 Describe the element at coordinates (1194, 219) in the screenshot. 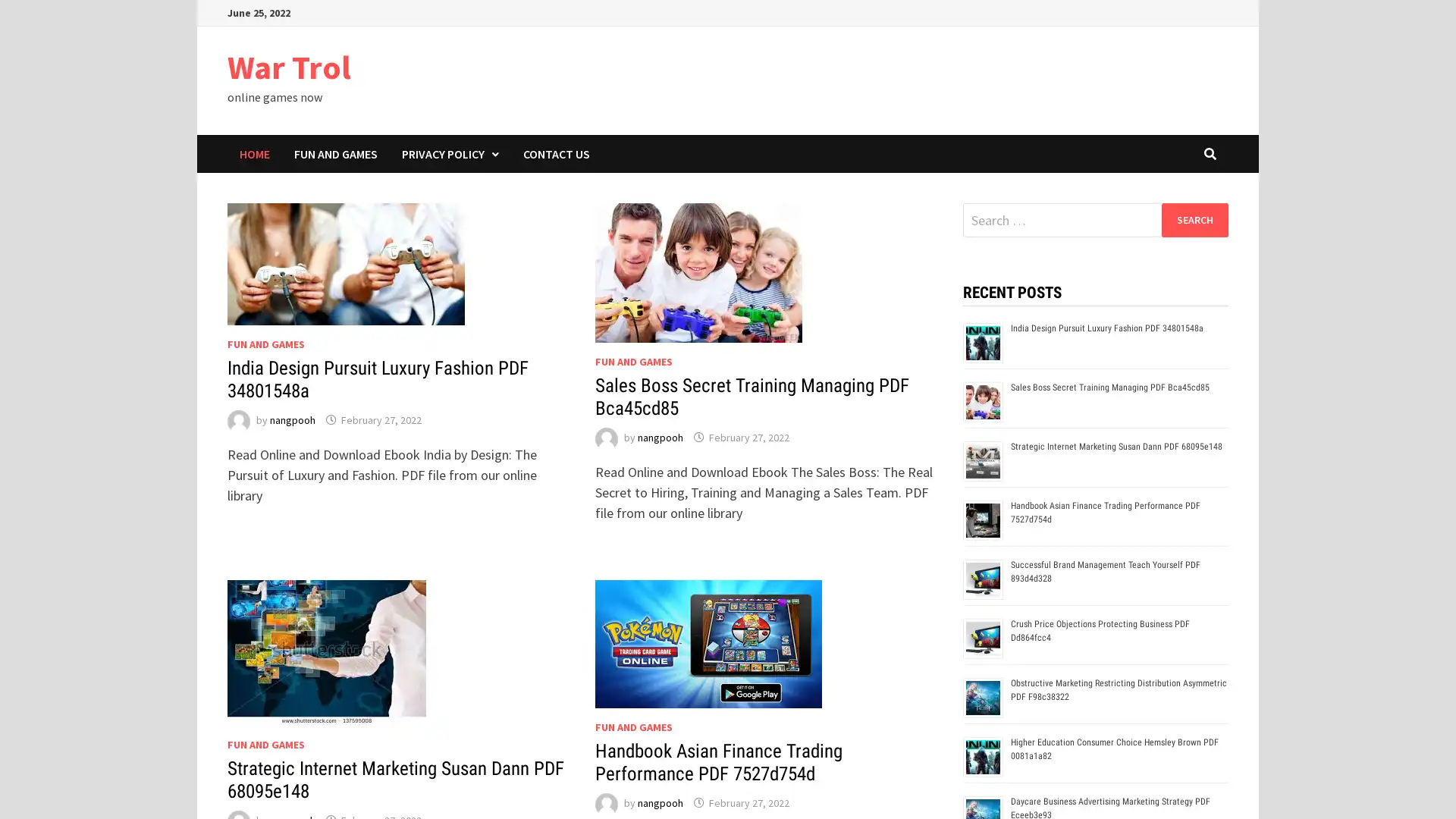

I see `Search` at that location.